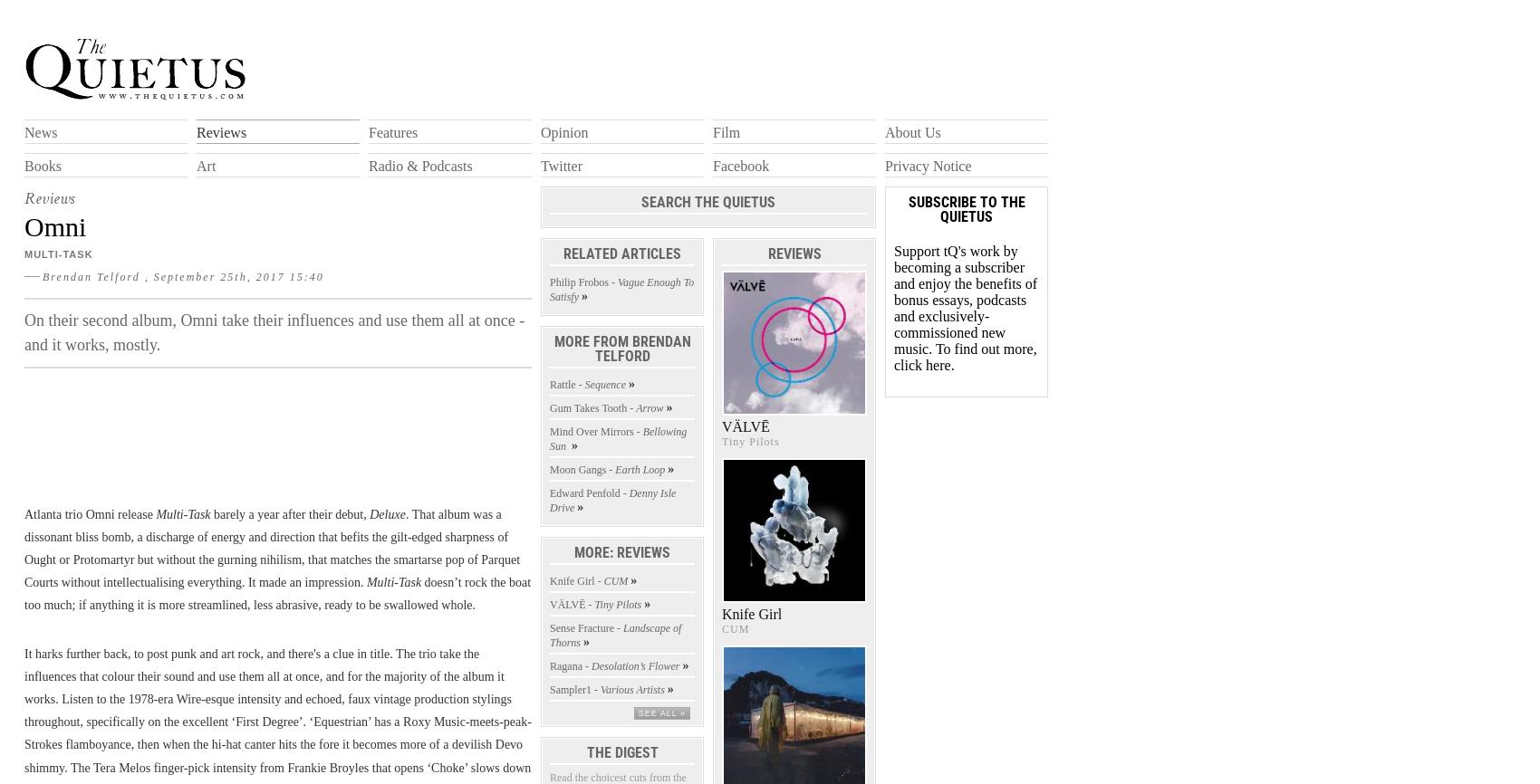  What do you see at coordinates (601, 688) in the screenshot?
I see `'Various Artists'` at bounding box center [601, 688].